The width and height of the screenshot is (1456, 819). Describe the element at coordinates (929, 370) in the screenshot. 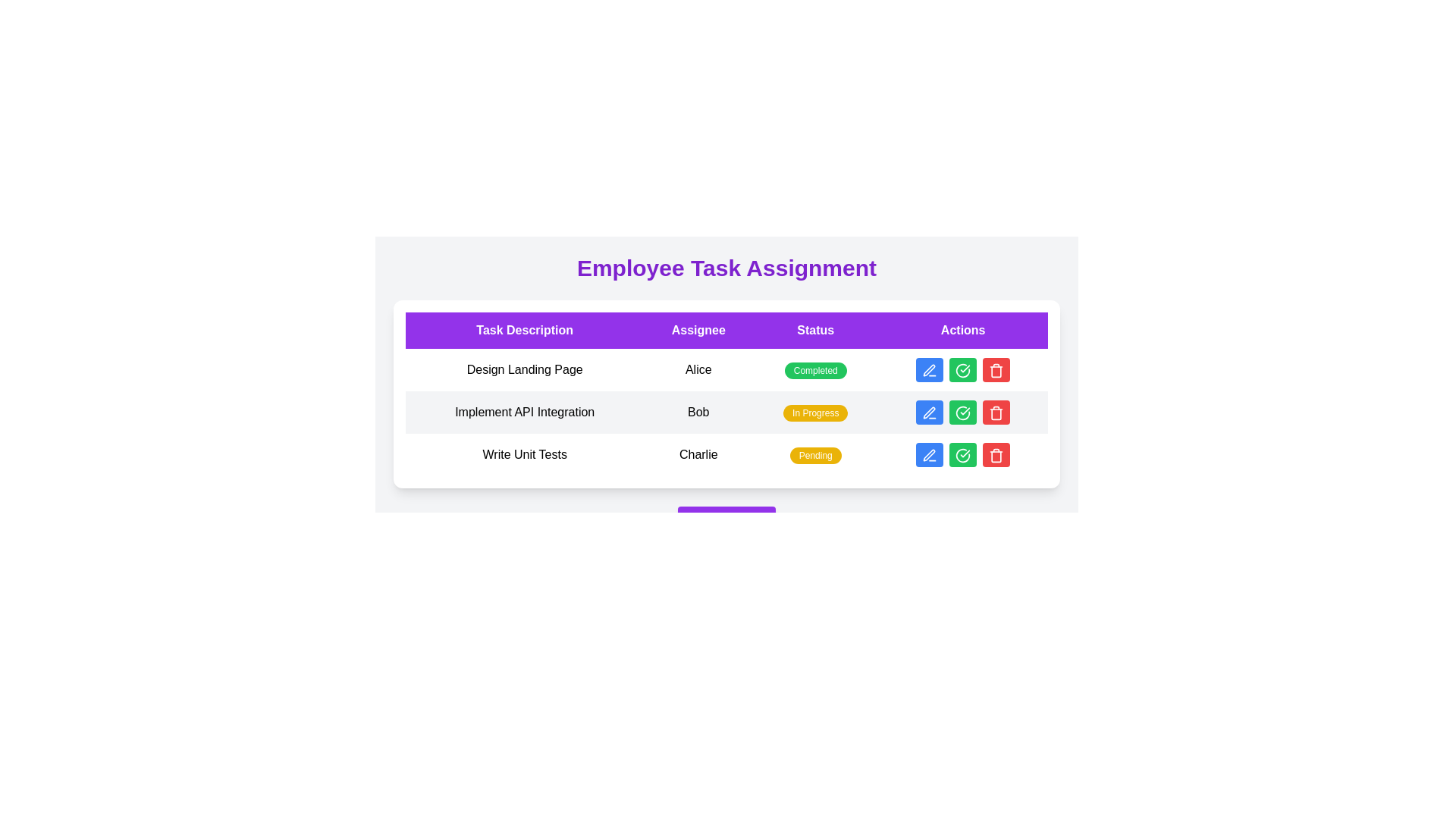

I see `the blue pen icon button in the action column for the 'Design Landing Page' row to initiate editing` at that location.